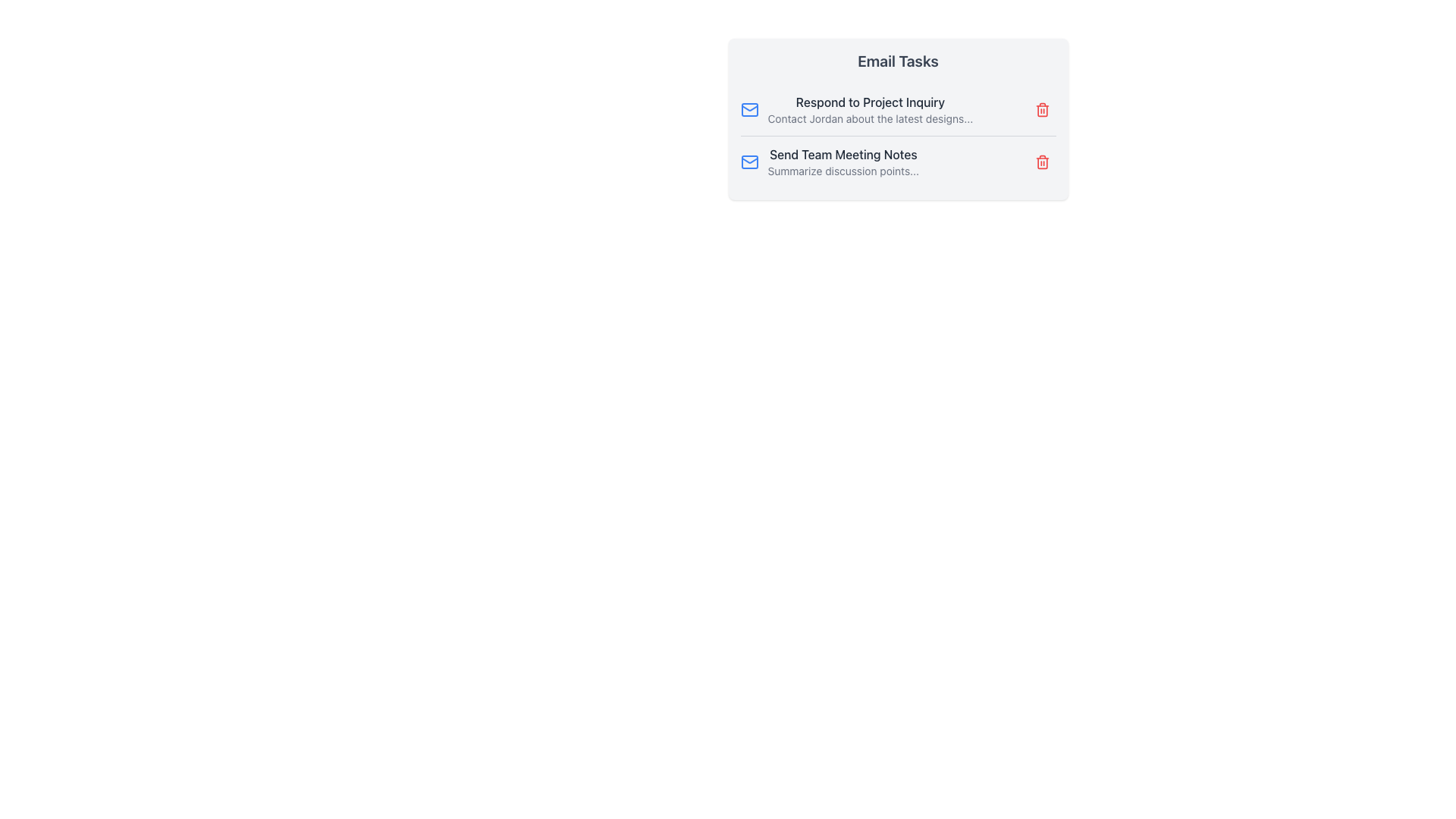  Describe the element at coordinates (829, 162) in the screenshot. I see `the second task list item` at that location.